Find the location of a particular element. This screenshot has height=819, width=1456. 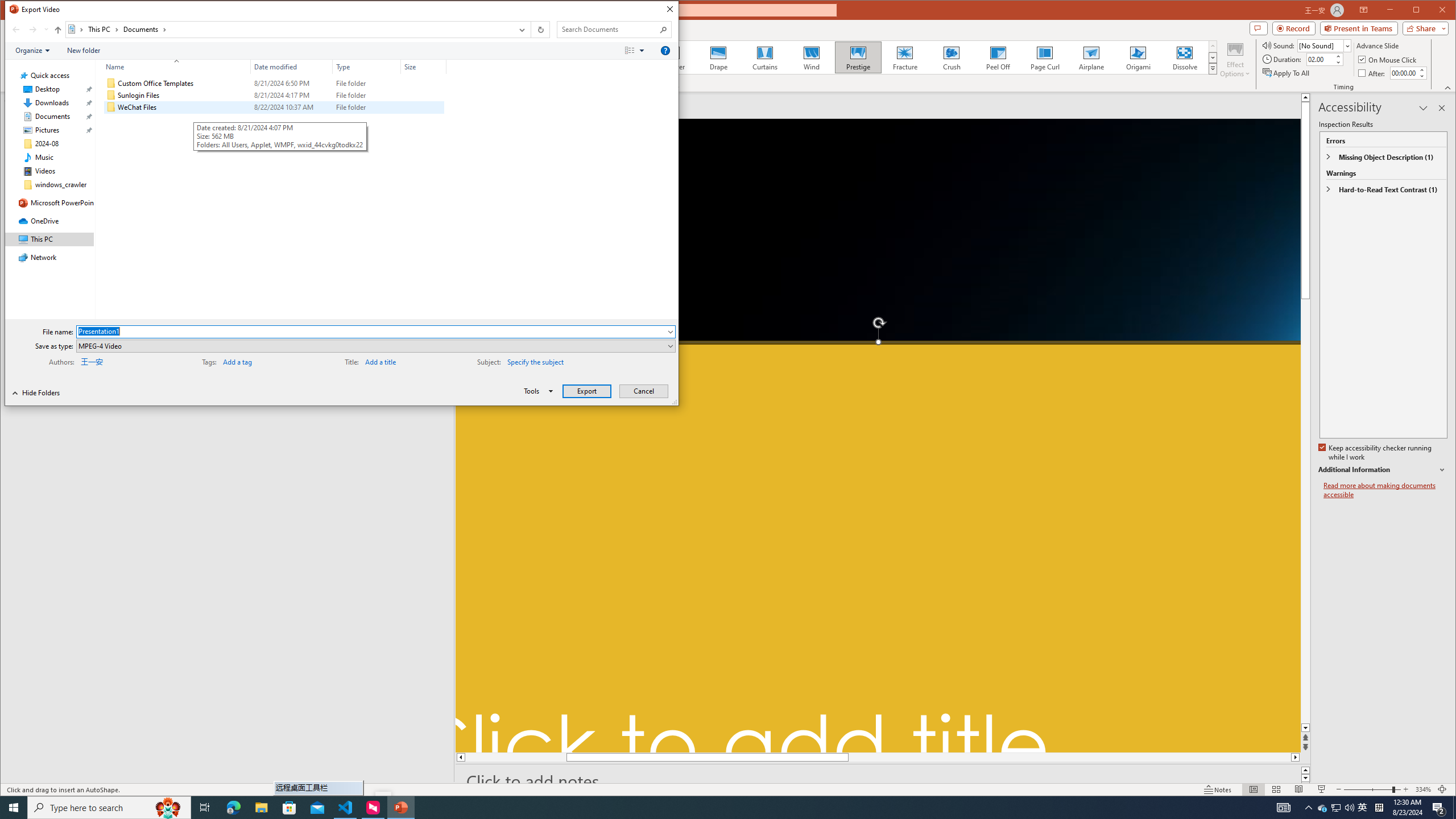

'Class: UIImage' is located at coordinates (111, 107).